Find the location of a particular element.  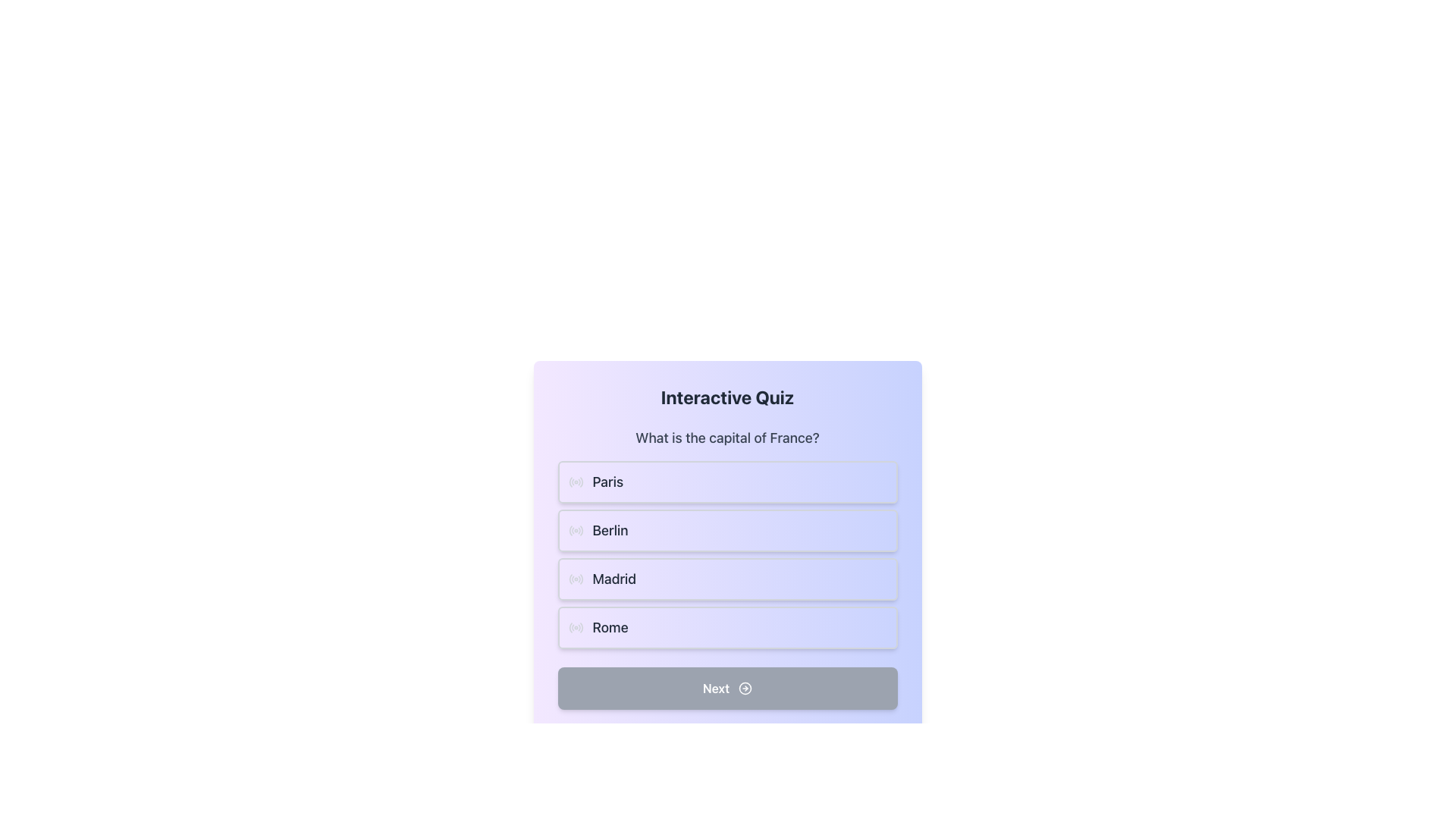

the 'Next' button located at the bottom of the quiz interface to observe hover effects is located at coordinates (726, 688).